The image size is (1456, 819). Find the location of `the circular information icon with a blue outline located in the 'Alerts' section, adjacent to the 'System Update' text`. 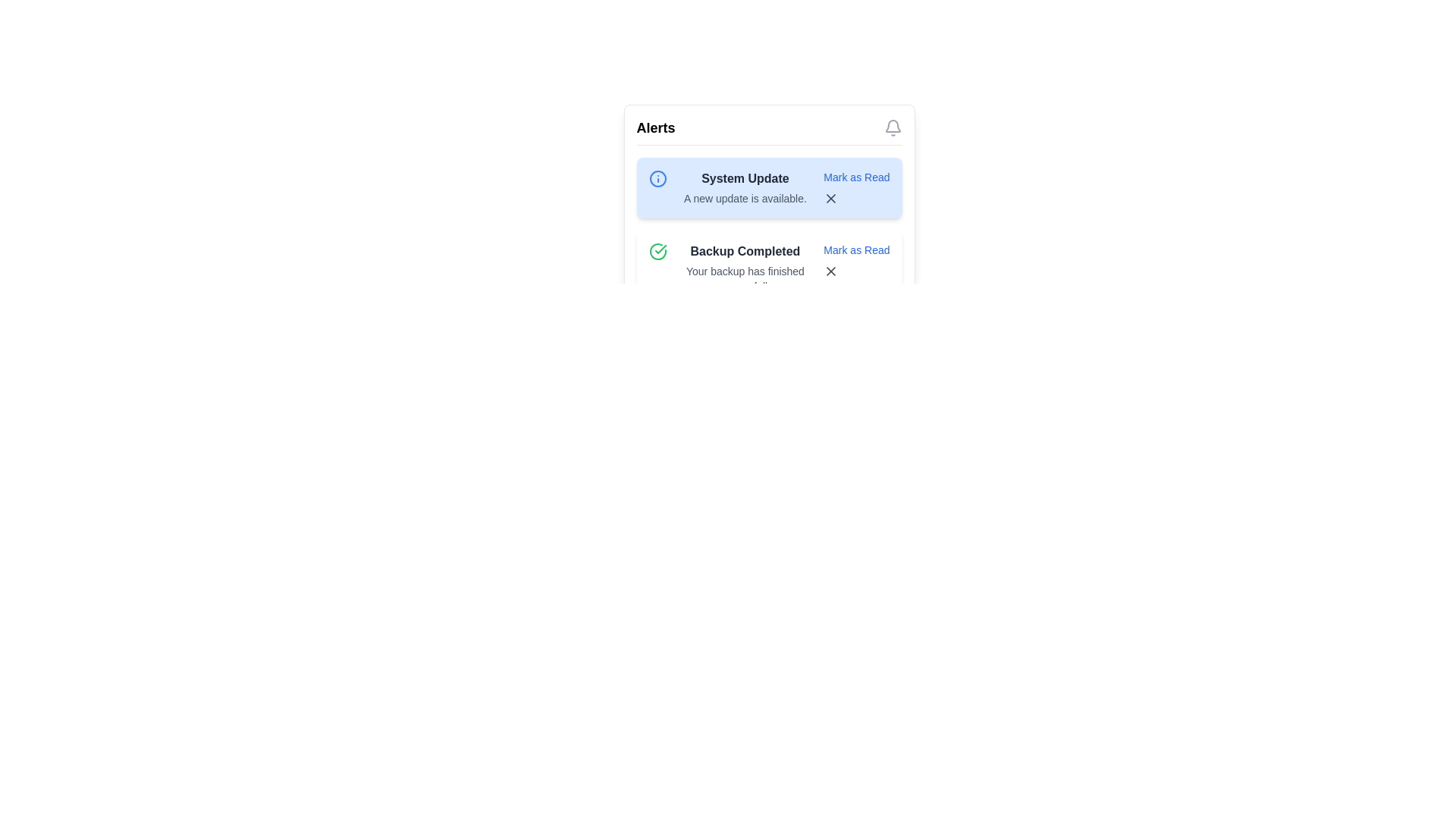

the circular information icon with a blue outline located in the 'Alerts' section, adjacent to the 'System Update' text is located at coordinates (657, 177).